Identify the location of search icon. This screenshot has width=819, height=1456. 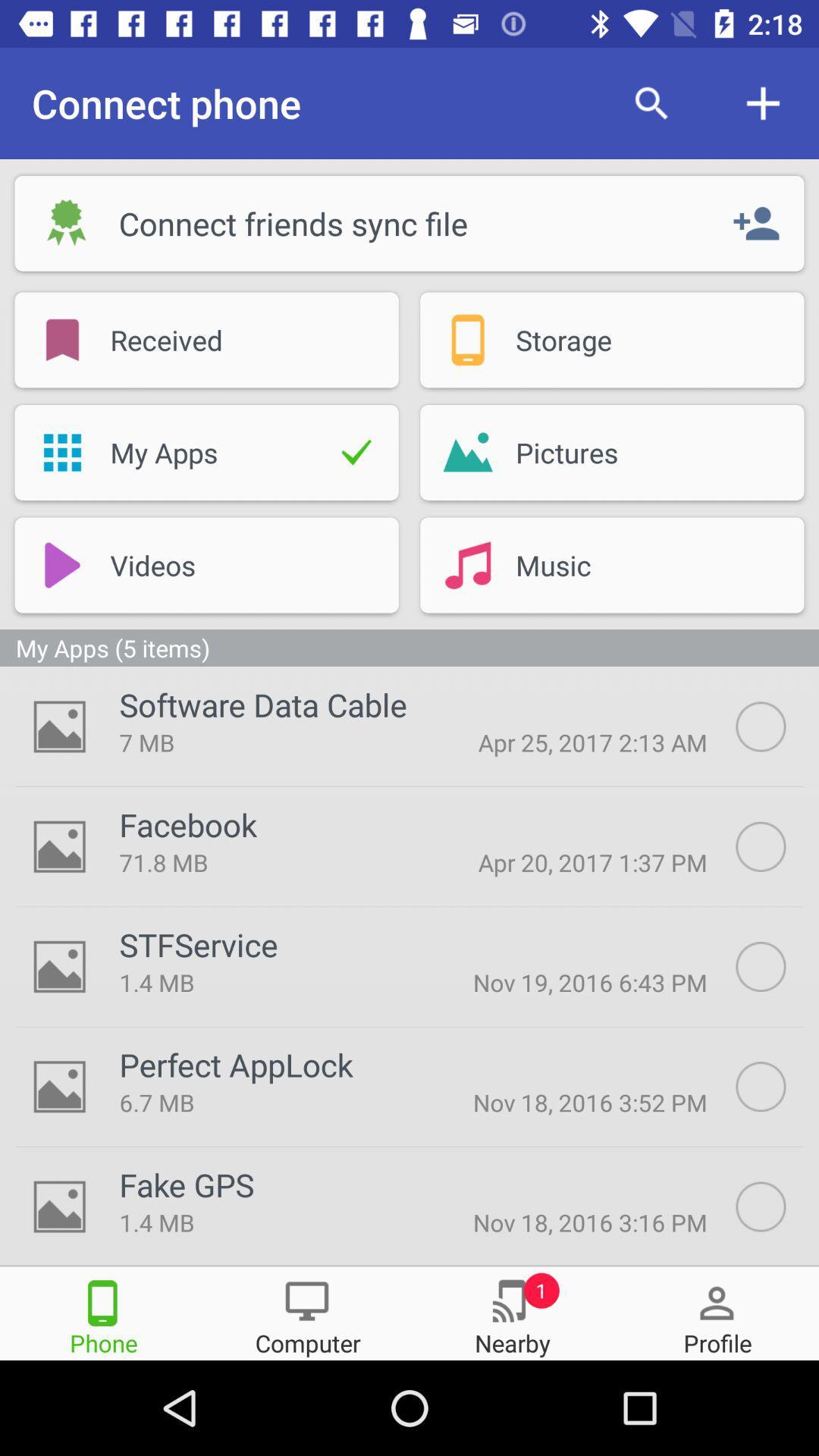
(651, 102).